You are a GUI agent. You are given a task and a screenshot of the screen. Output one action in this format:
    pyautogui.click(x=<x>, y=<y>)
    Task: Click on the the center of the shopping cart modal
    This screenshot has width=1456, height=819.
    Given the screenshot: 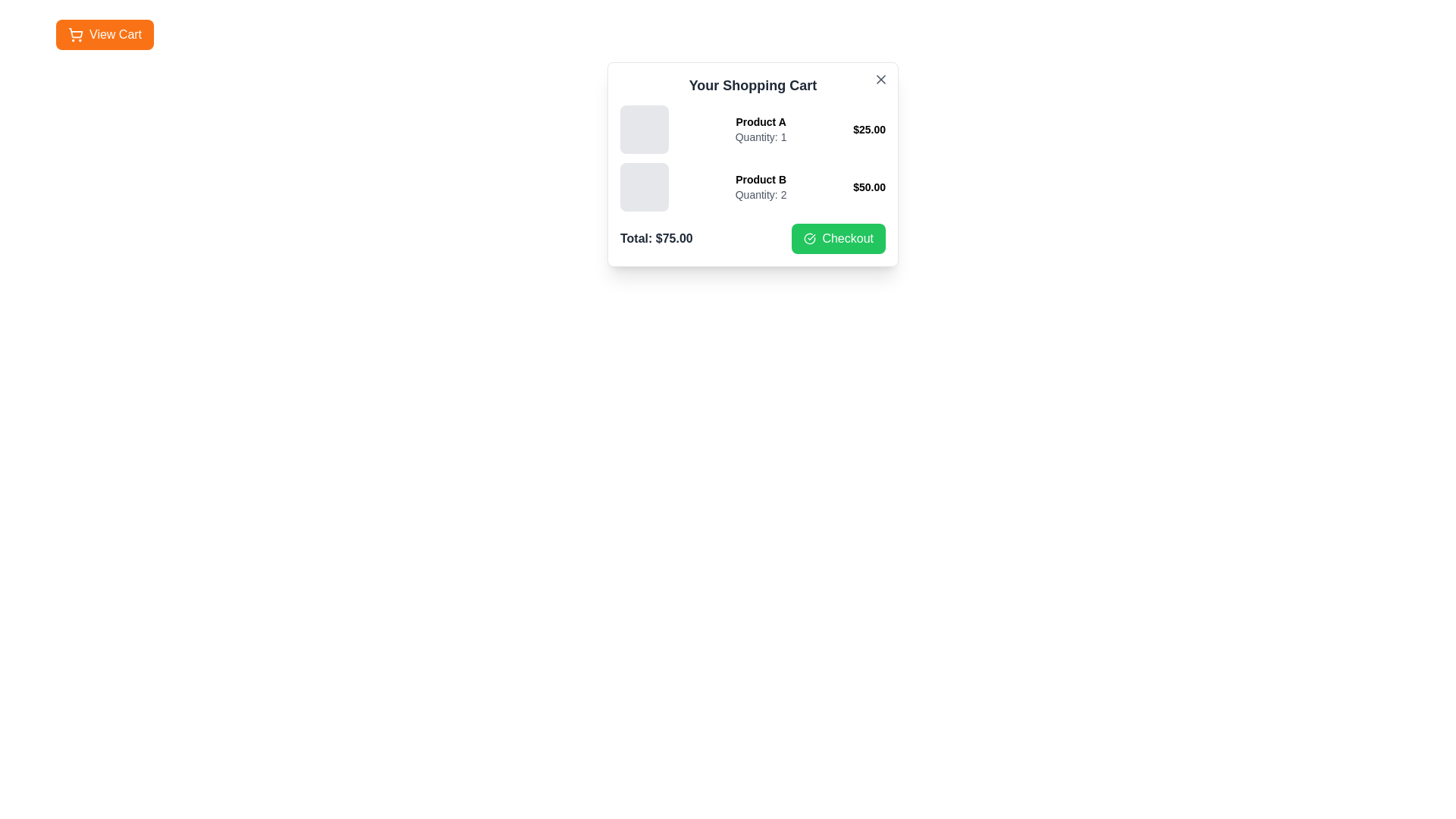 What is the action you would take?
    pyautogui.click(x=753, y=164)
    